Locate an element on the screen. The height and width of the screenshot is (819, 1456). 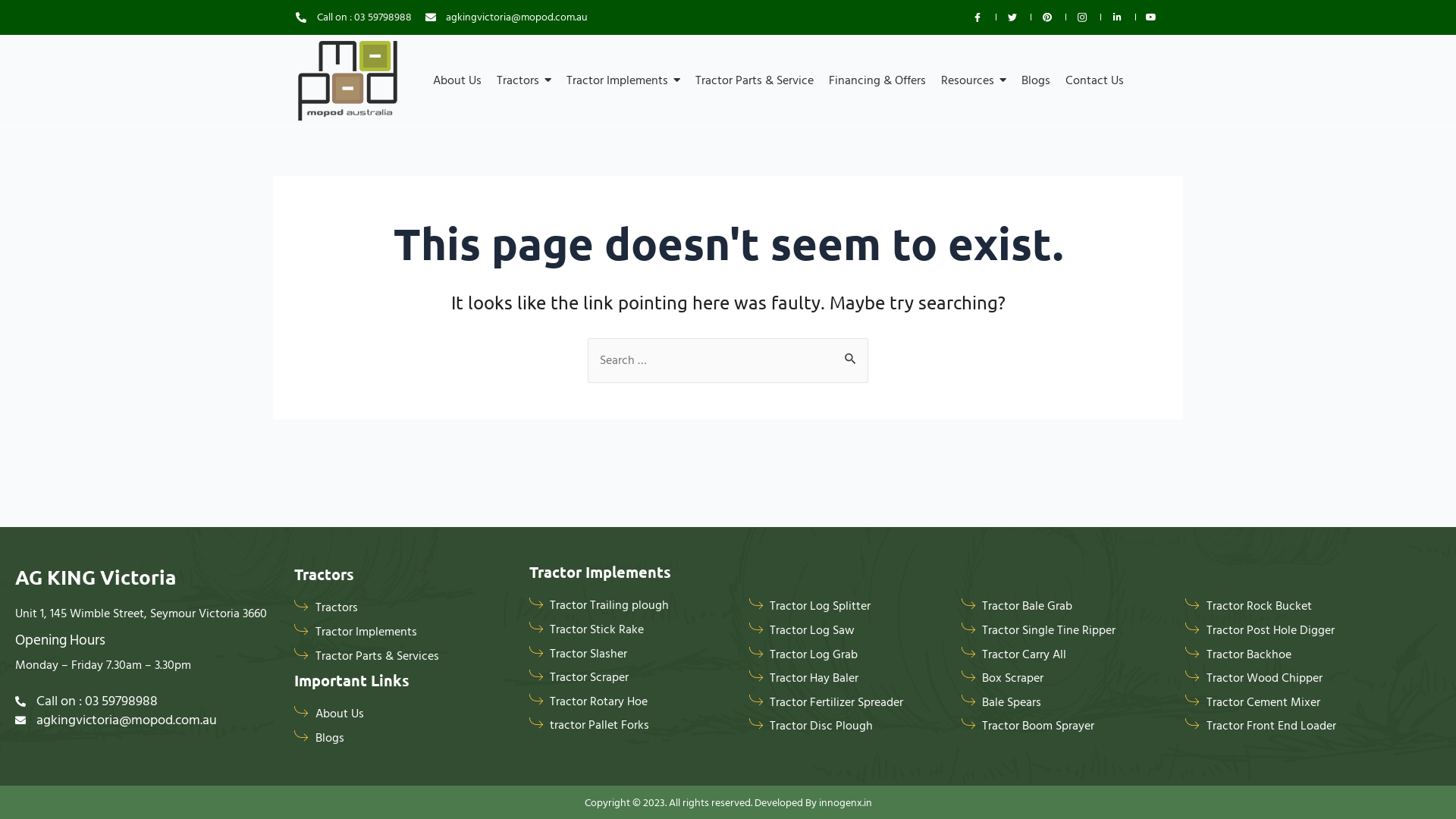
'Tractors' is located at coordinates (524, 80).